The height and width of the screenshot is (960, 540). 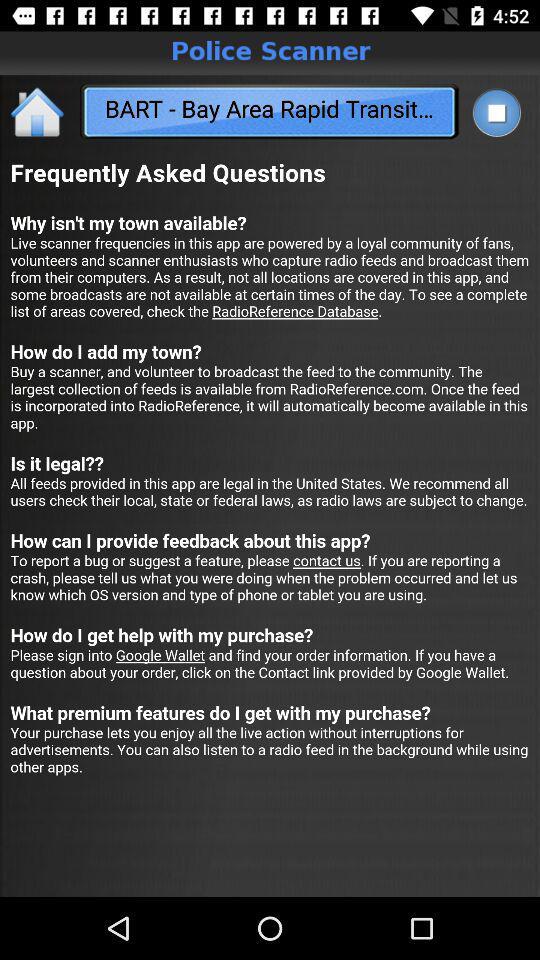 What do you see at coordinates (495, 112) in the screenshot?
I see `pause` at bounding box center [495, 112].